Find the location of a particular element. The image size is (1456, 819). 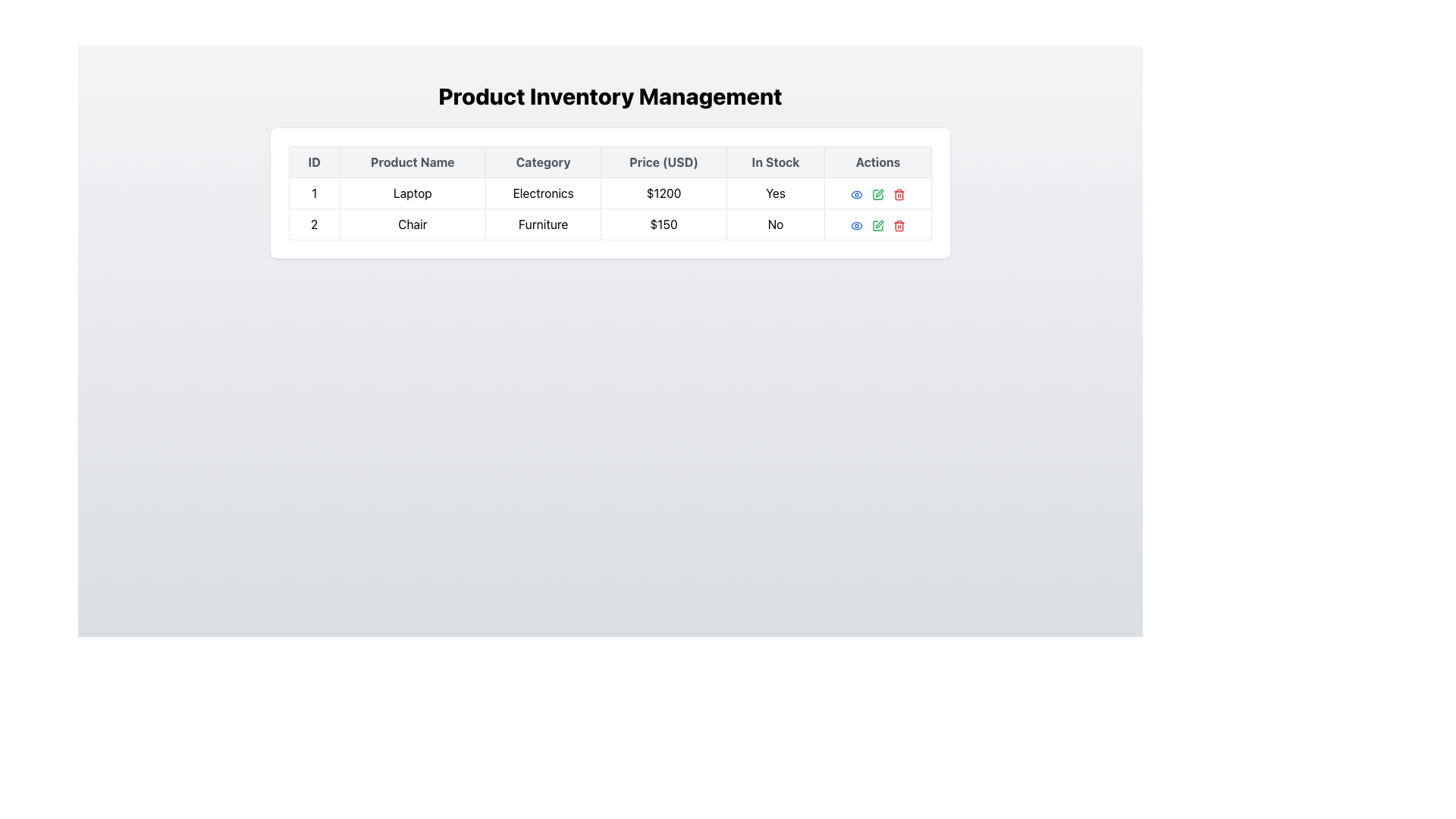

the first row of the product data table is located at coordinates (610, 208).